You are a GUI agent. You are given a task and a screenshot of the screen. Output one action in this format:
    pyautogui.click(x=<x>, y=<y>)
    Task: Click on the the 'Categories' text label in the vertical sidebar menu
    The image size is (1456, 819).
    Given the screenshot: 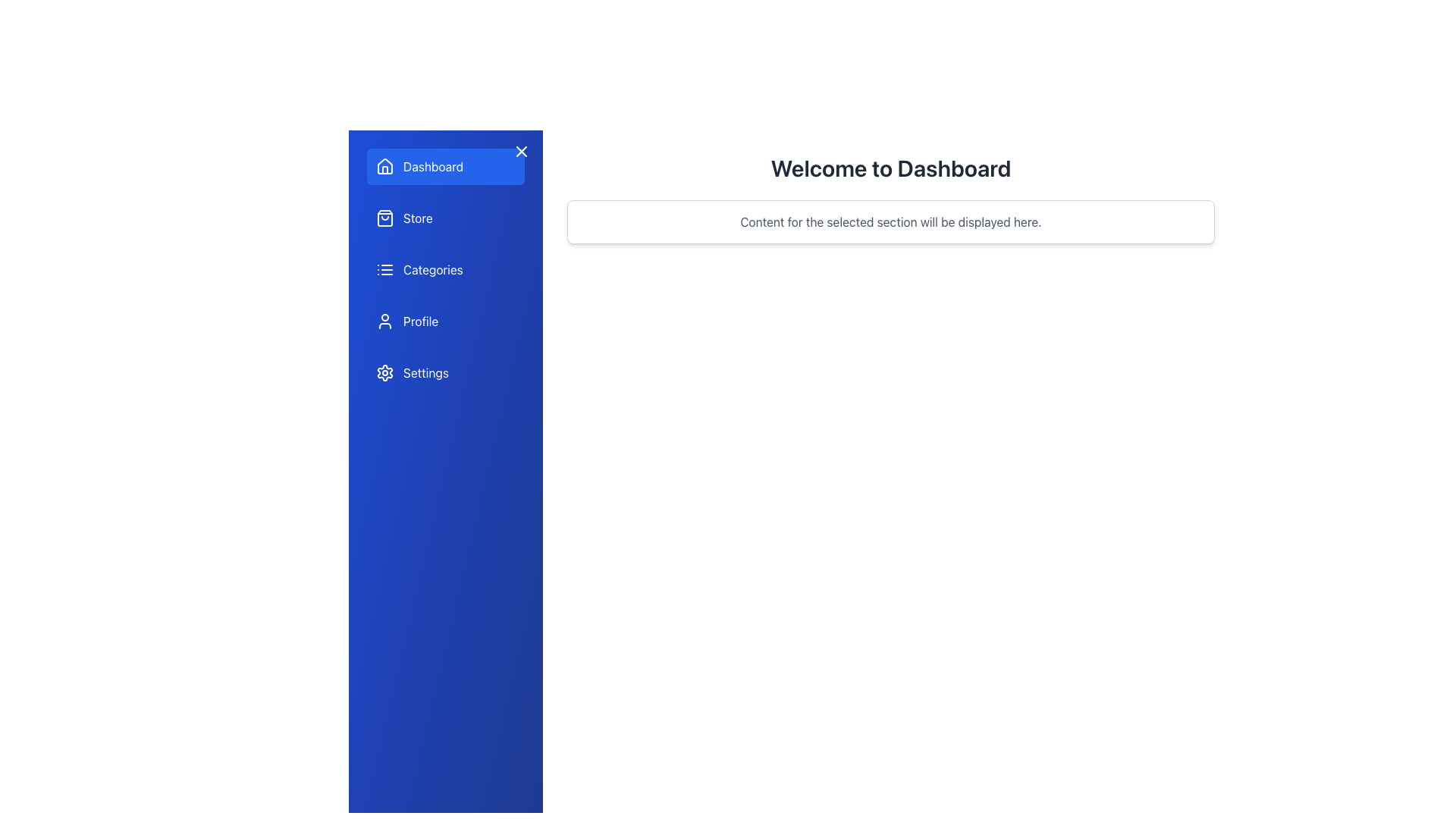 What is the action you would take?
    pyautogui.click(x=432, y=268)
    